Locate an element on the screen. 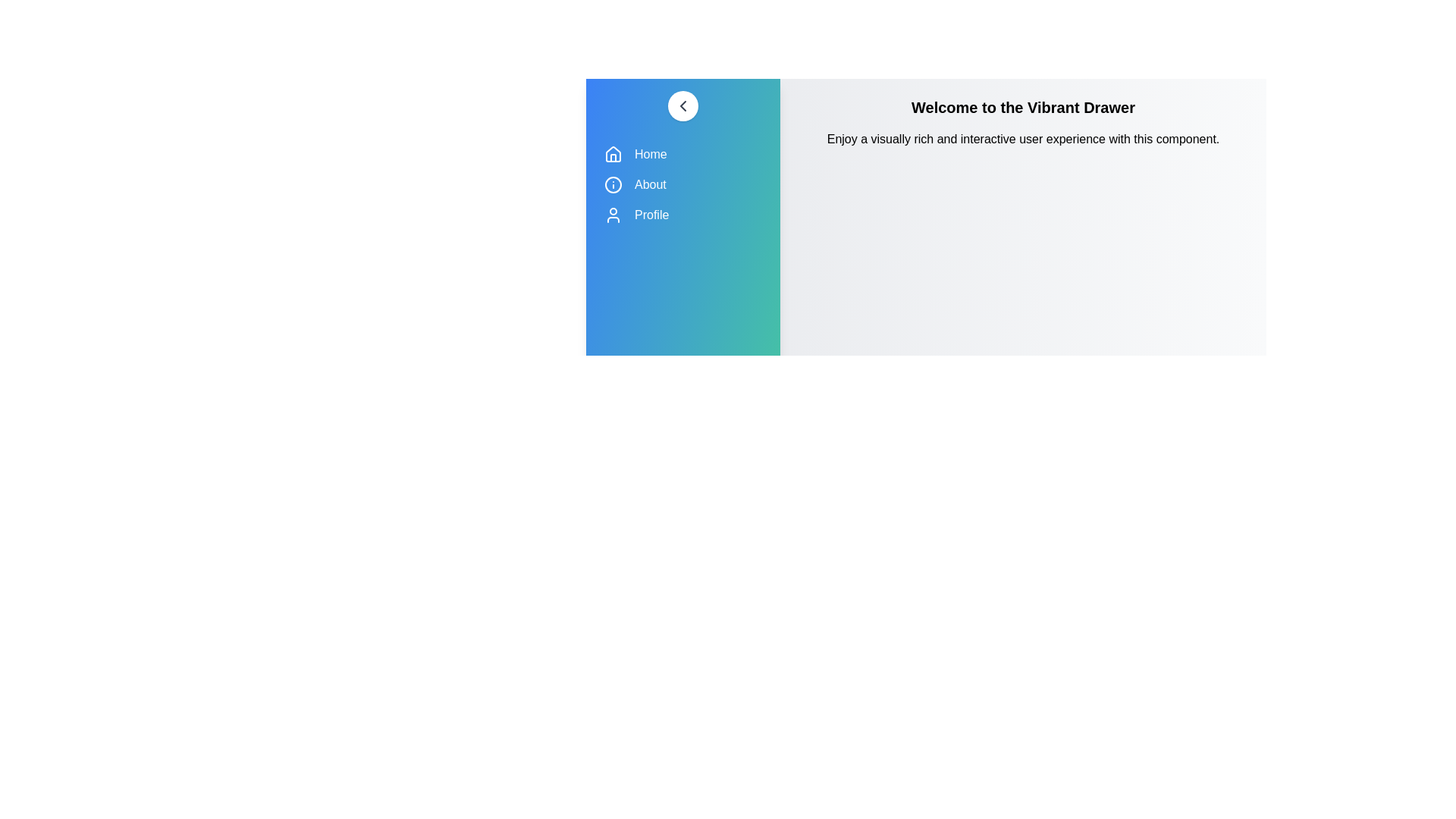  the 'Profile' menu item in the drawer is located at coordinates (682, 215).